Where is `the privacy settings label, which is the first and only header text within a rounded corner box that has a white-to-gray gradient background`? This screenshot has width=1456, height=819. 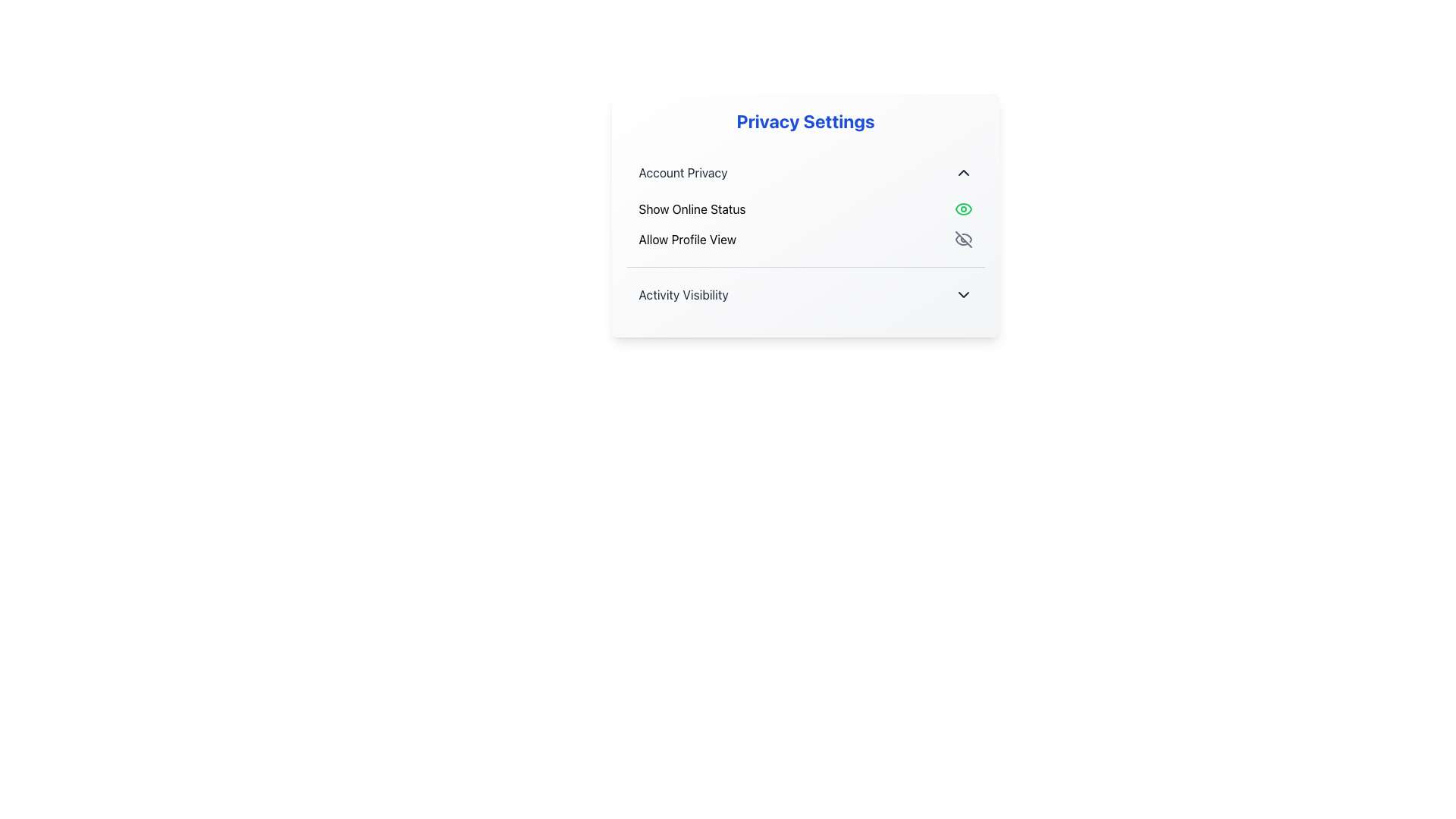 the privacy settings label, which is the first and only header text within a rounded corner box that has a white-to-gray gradient background is located at coordinates (805, 120).